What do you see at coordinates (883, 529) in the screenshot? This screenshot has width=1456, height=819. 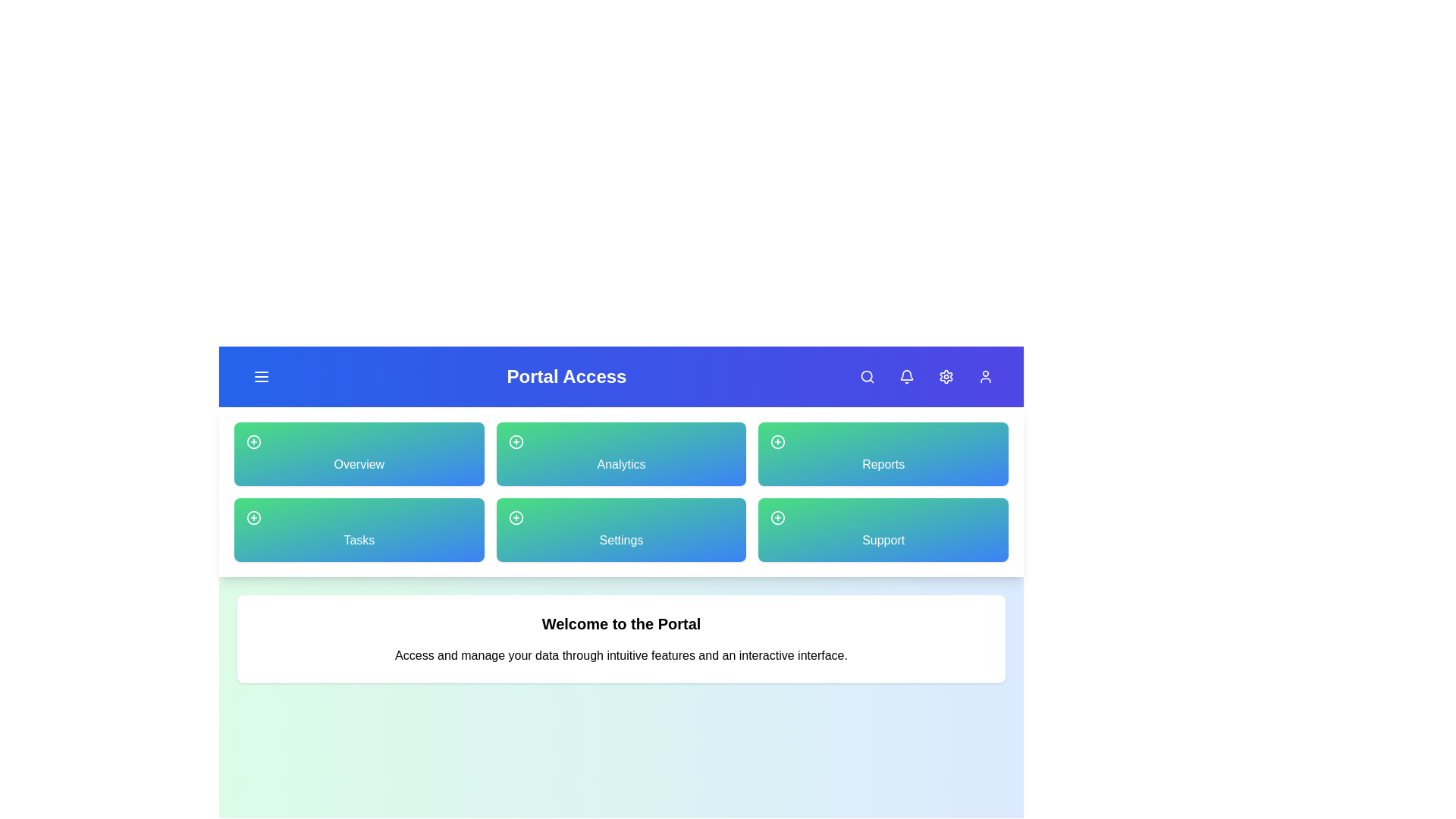 I see `'Support' card` at bounding box center [883, 529].